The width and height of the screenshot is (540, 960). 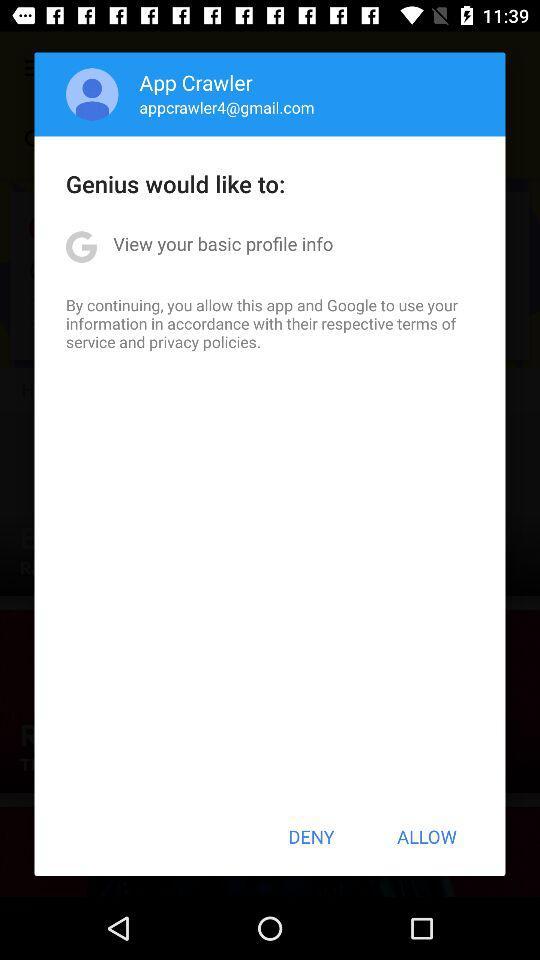 What do you see at coordinates (311, 836) in the screenshot?
I see `the item at the bottom` at bounding box center [311, 836].